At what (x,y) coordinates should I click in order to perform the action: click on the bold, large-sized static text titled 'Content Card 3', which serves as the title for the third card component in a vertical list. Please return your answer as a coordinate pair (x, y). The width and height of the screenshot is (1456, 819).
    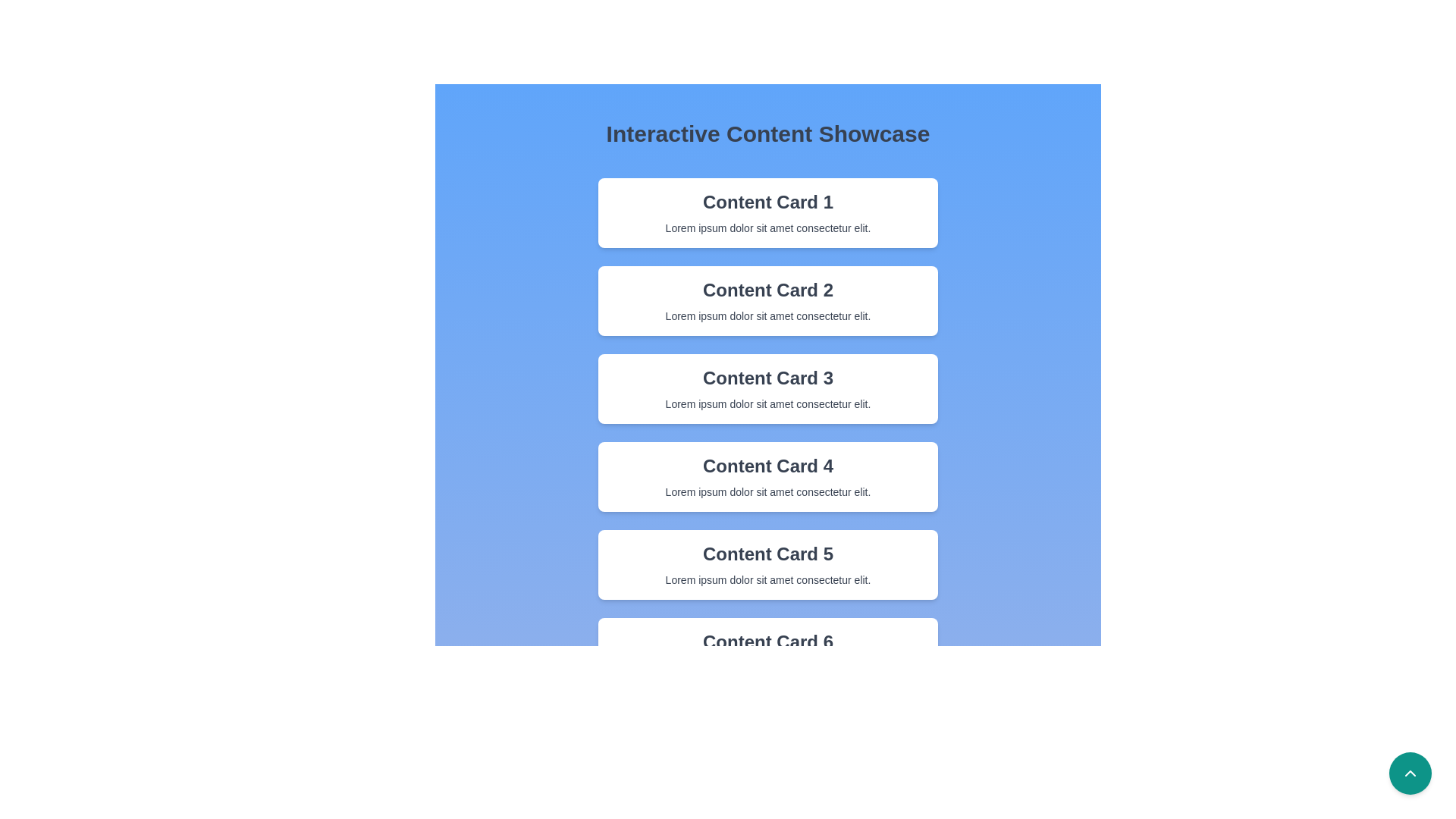
    Looking at the image, I should click on (767, 377).